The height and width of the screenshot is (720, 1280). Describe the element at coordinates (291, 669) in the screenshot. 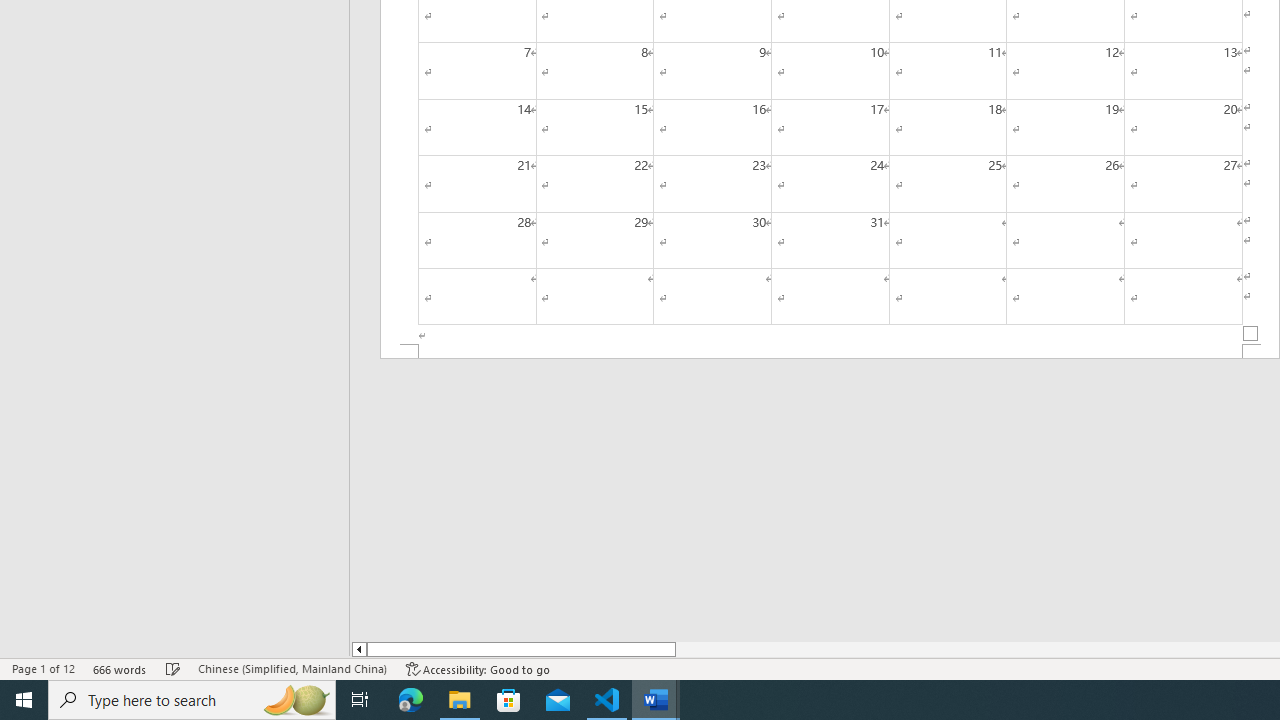

I see `'Language Chinese (Simplified, Mainland China)'` at that location.